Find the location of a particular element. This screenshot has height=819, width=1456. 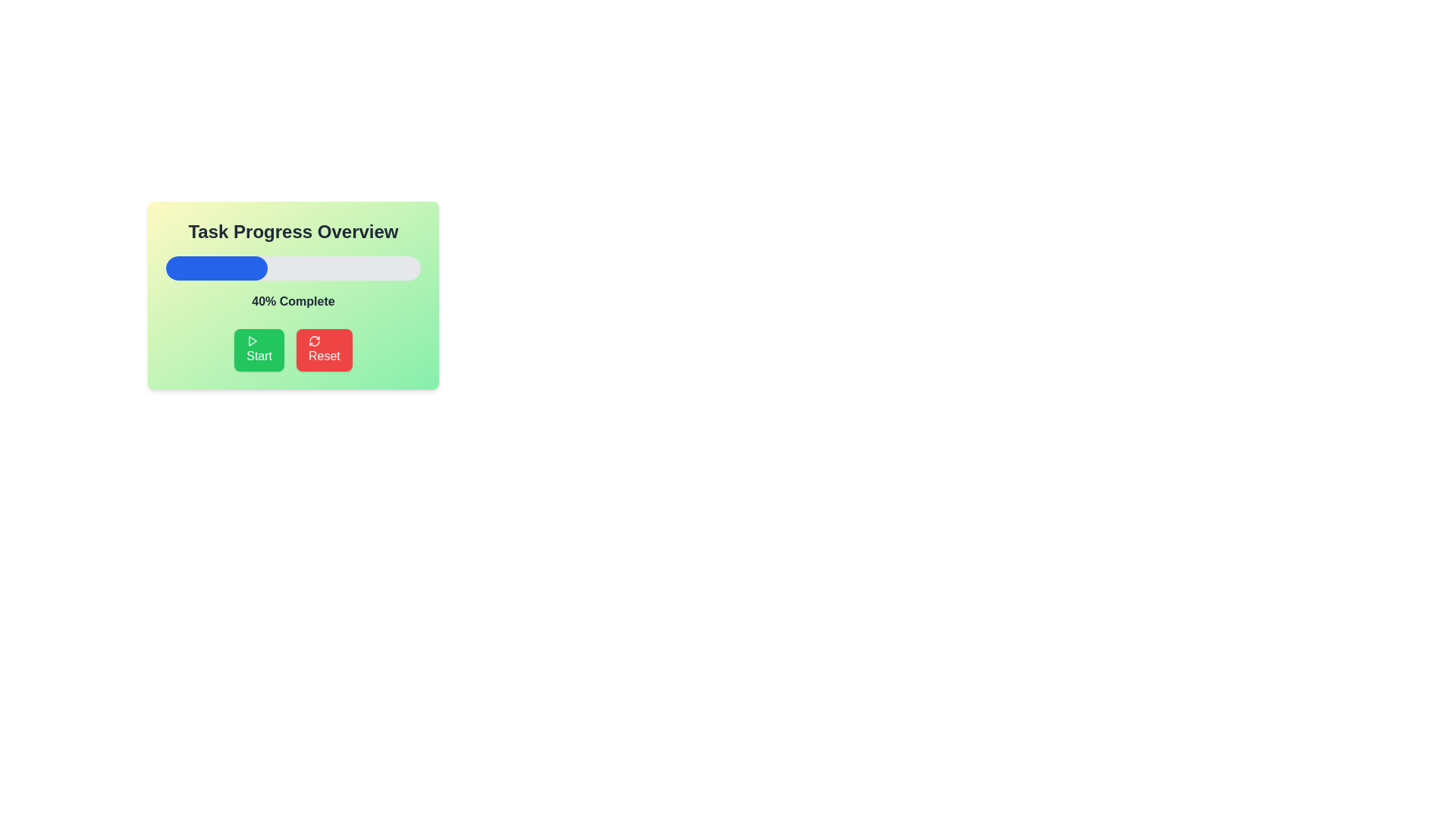

the 'Start' button icon located within the green button labeled 'Start' on the bottom-left side of the 'Task Progress Overview' component is located at coordinates (253, 341).